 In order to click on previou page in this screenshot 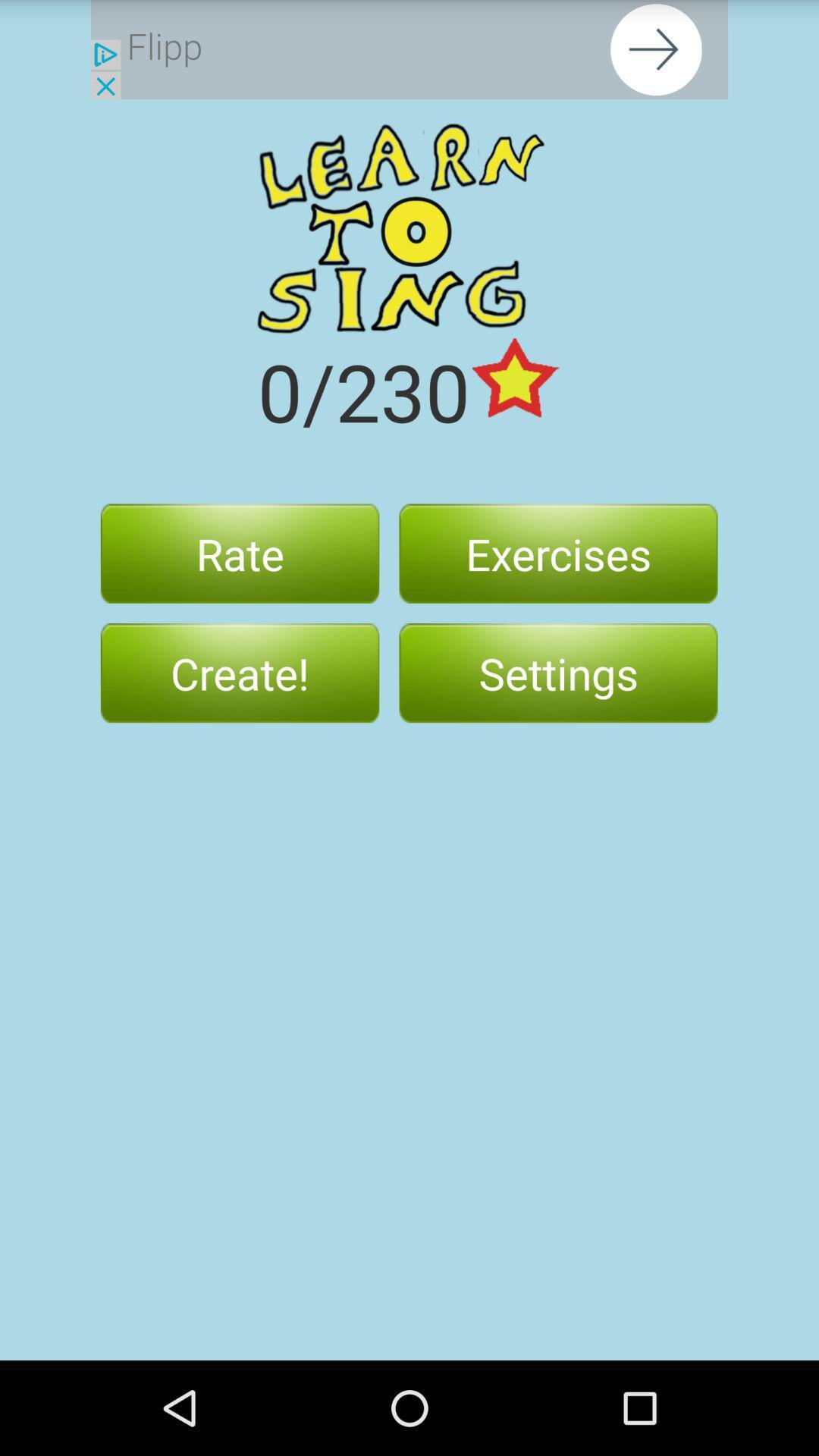, I will do `click(409, 49)`.